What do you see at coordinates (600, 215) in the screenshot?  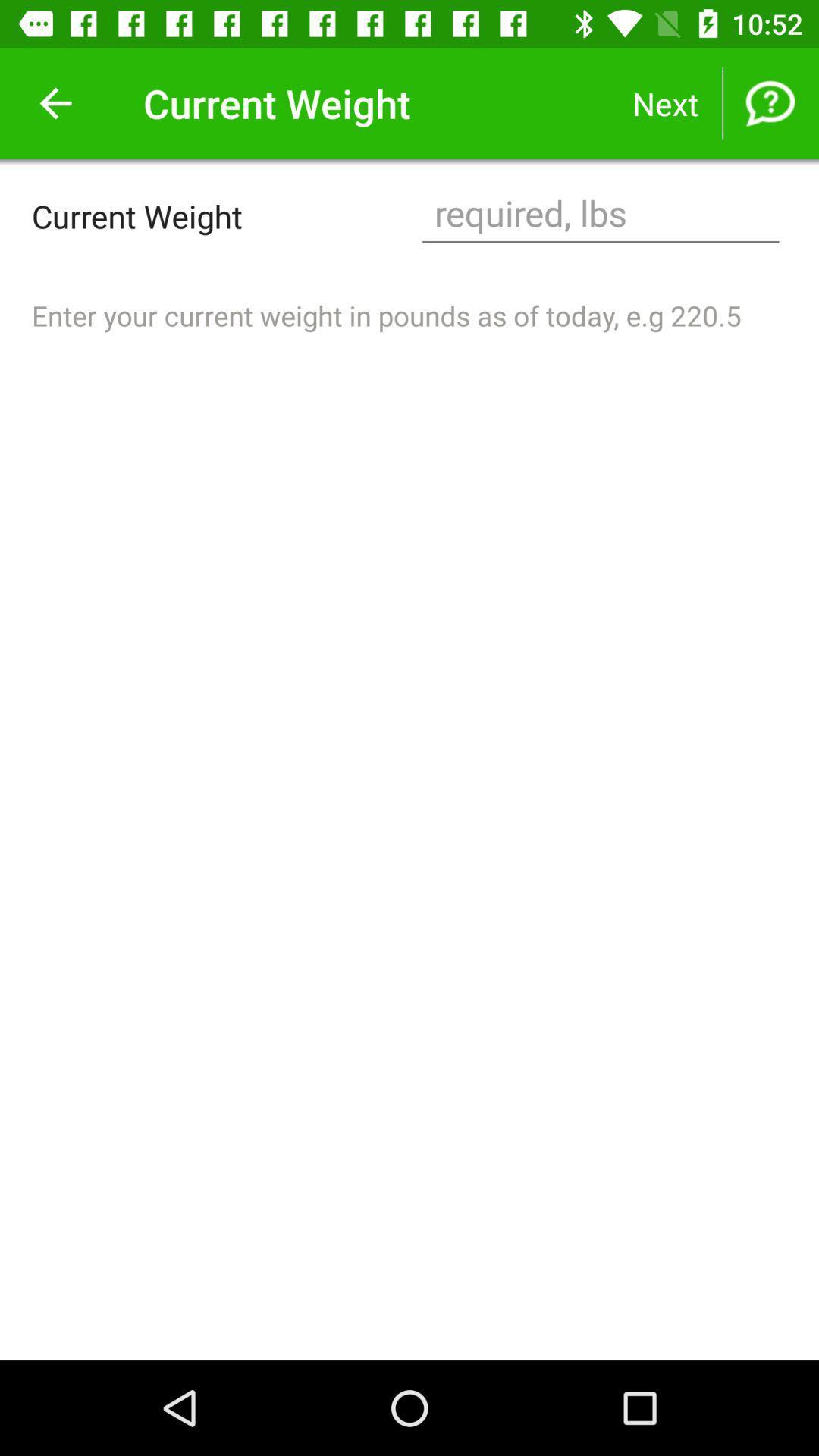 I see `weight as numbers` at bounding box center [600, 215].